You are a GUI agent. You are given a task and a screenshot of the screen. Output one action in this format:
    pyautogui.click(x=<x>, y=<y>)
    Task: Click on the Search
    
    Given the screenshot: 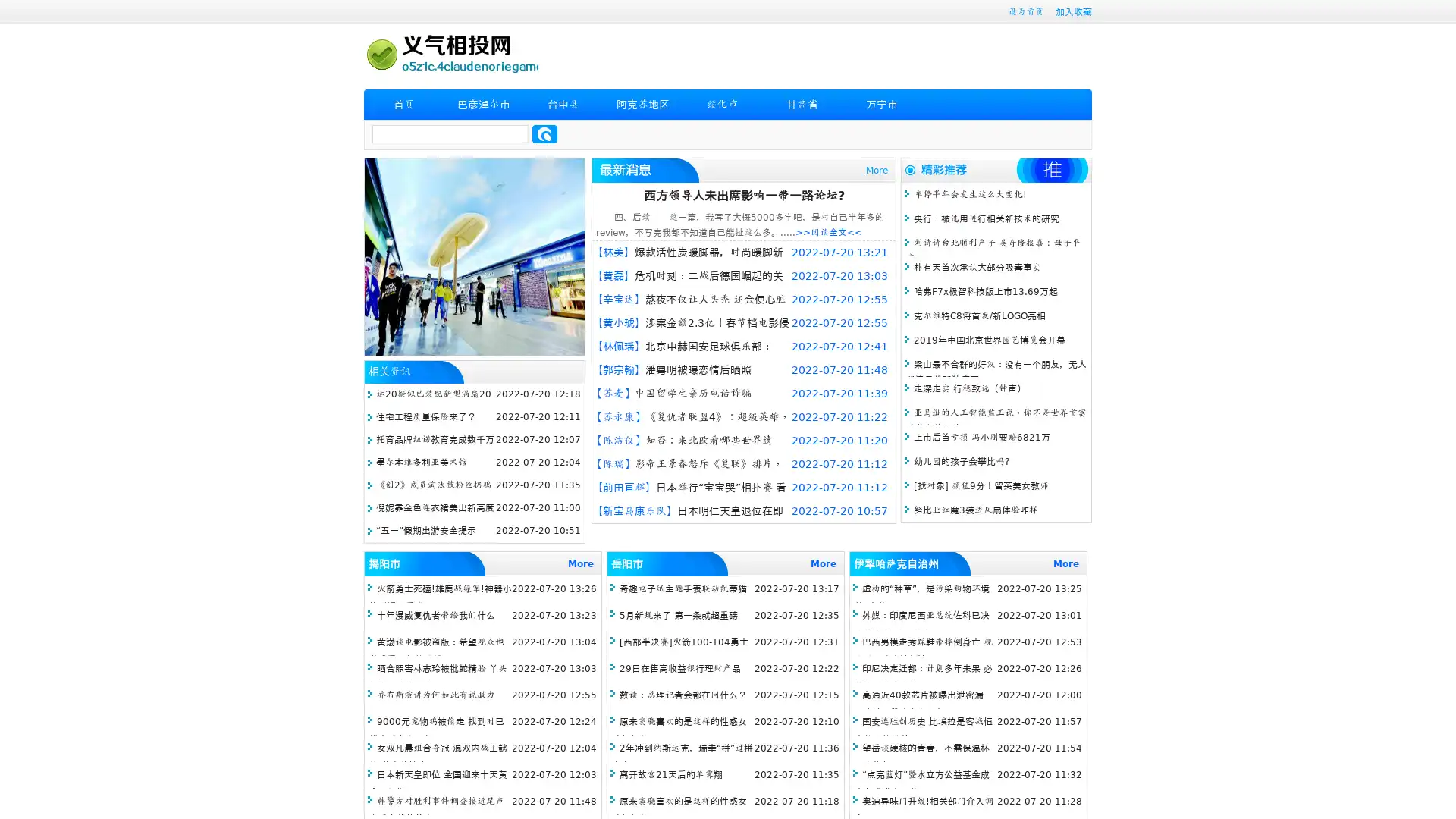 What is the action you would take?
    pyautogui.click(x=544, y=133)
    